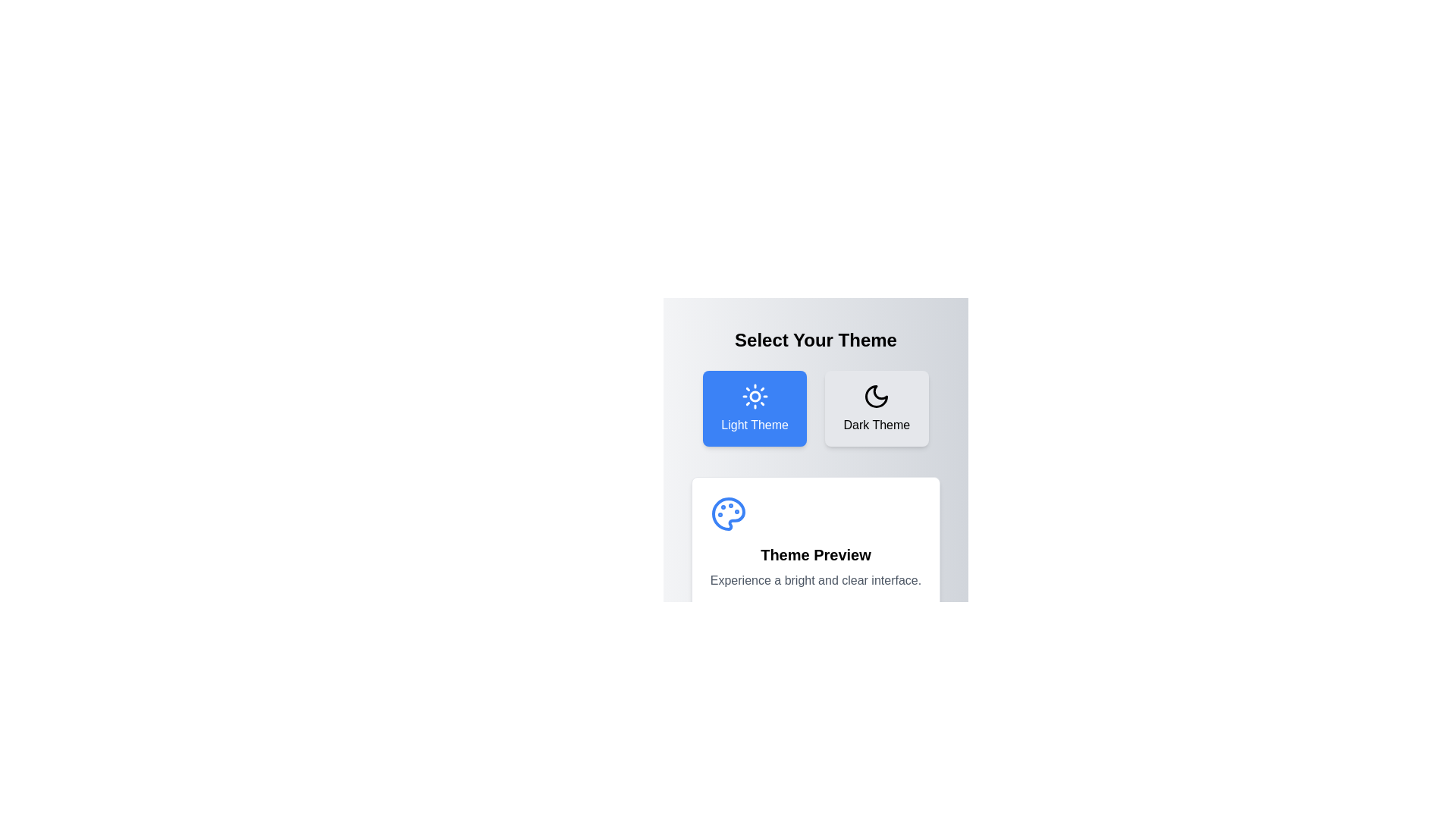  Describe the element at coordinates (877, 408) in the screenshot. I see `the button corresponding to the Dark theme` at that location.